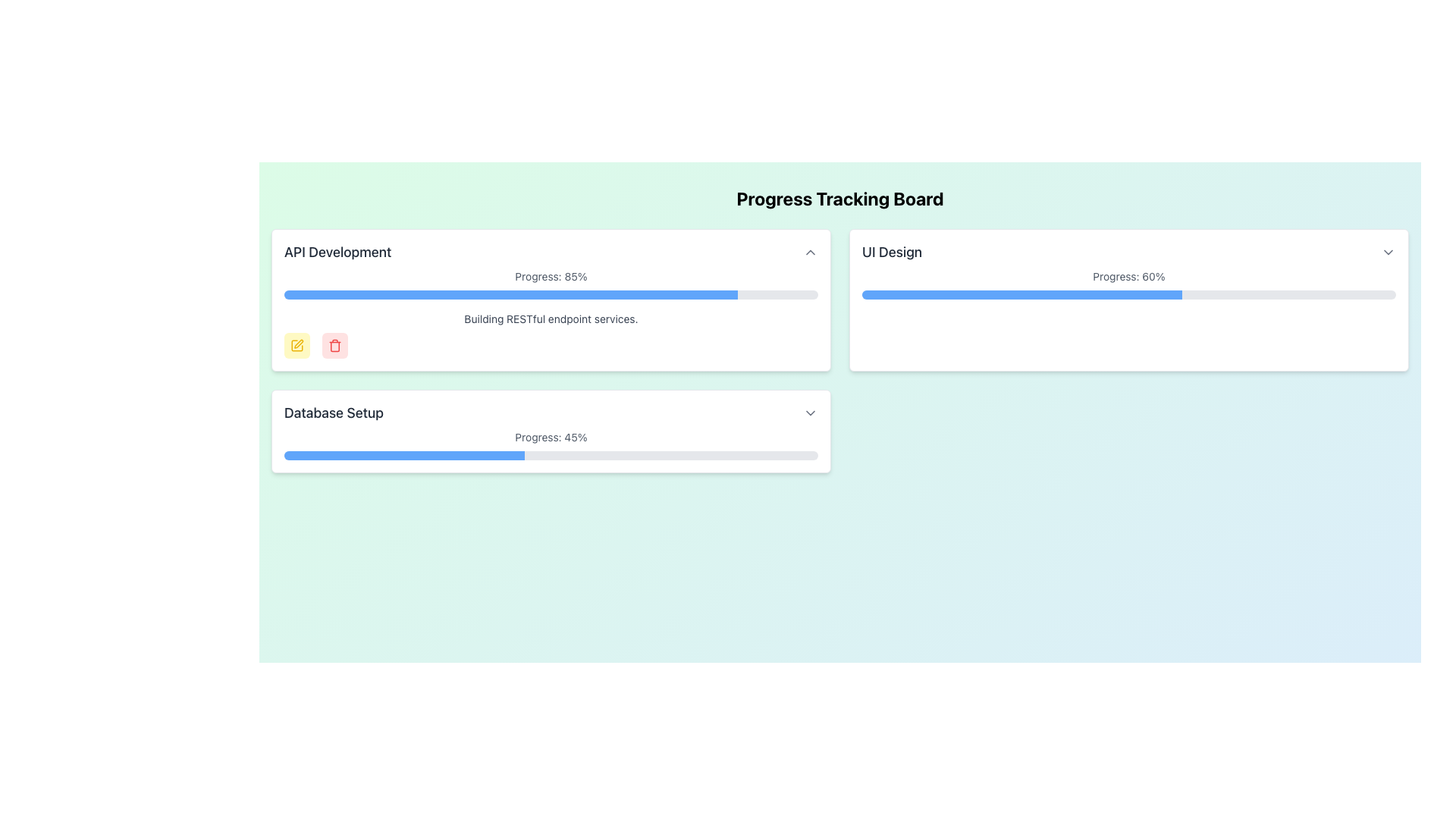 The width and height of the screenshot is (1456, 819). I want to click on the text label that reads 'Progress: 85%' located within the 'API Development' card, positioned at the top center above the progress bar, so click(550, 277).